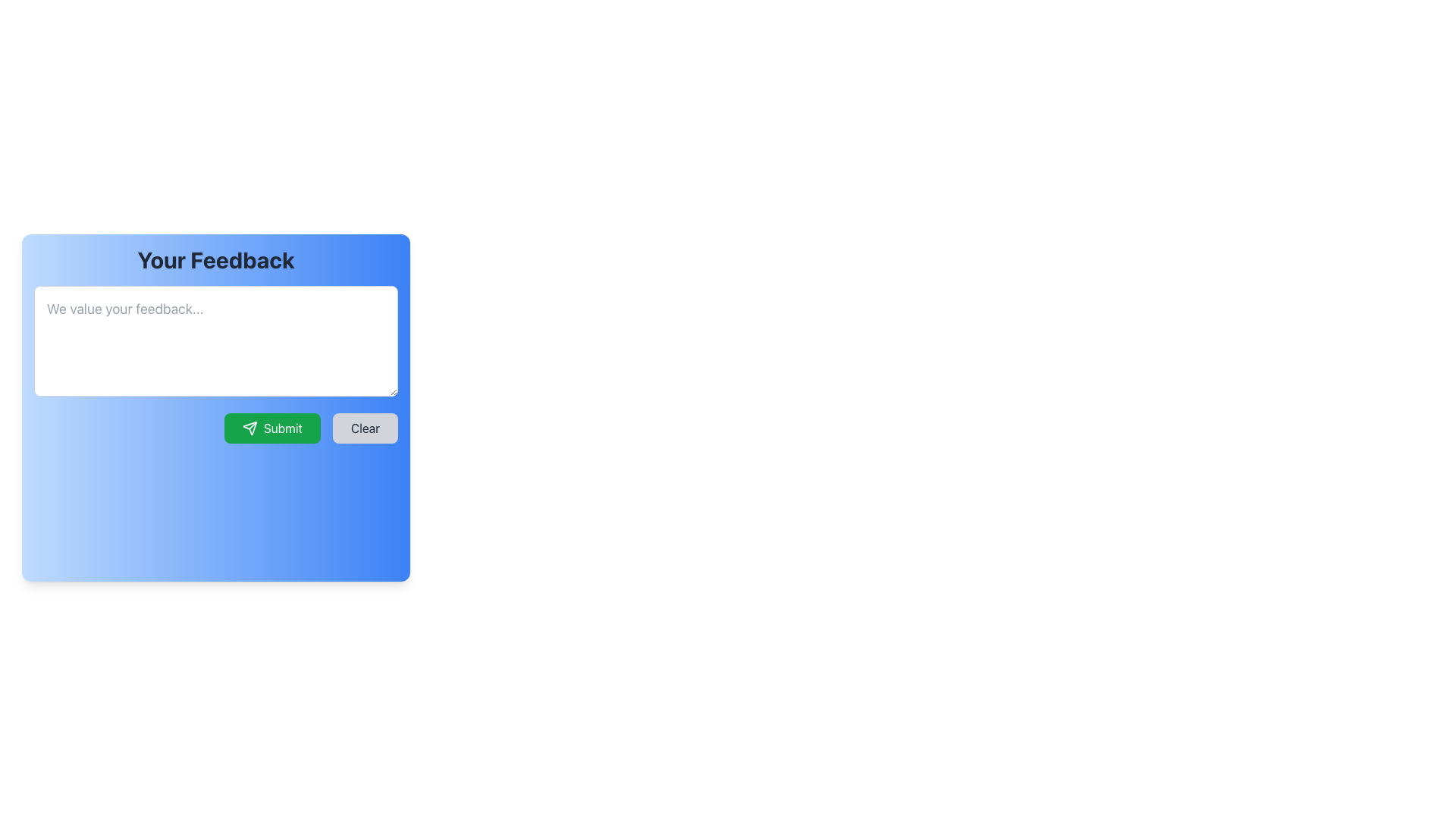 The width and height of the screenshot is (1456, 819). I want to click on the 'Submit' button which is a green rectangular button with white text, located within a form panel below a text input area, so click(283, 428).